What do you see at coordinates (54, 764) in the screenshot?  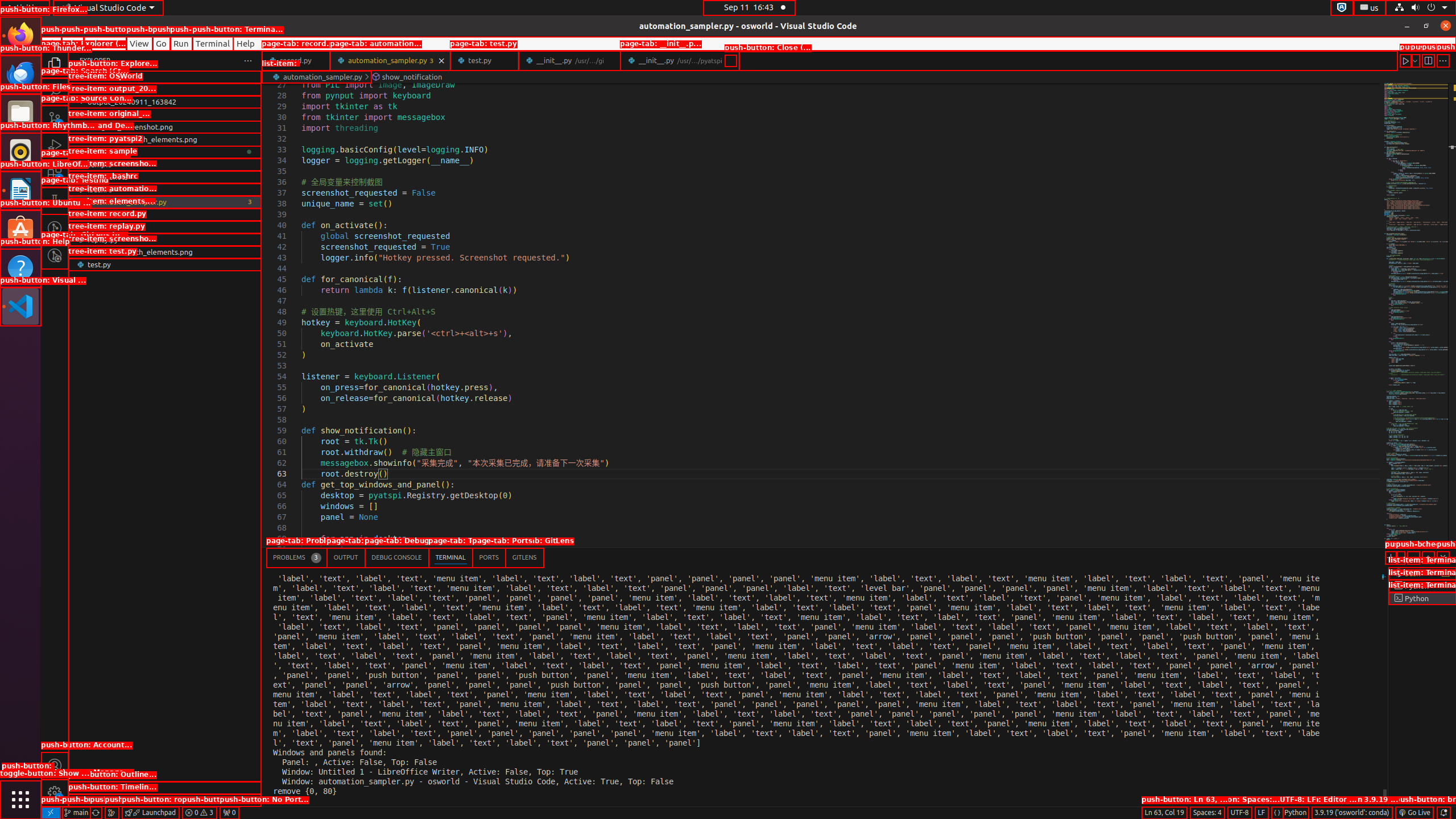 I see `'Accounts'` at bounding box center [54, 764].